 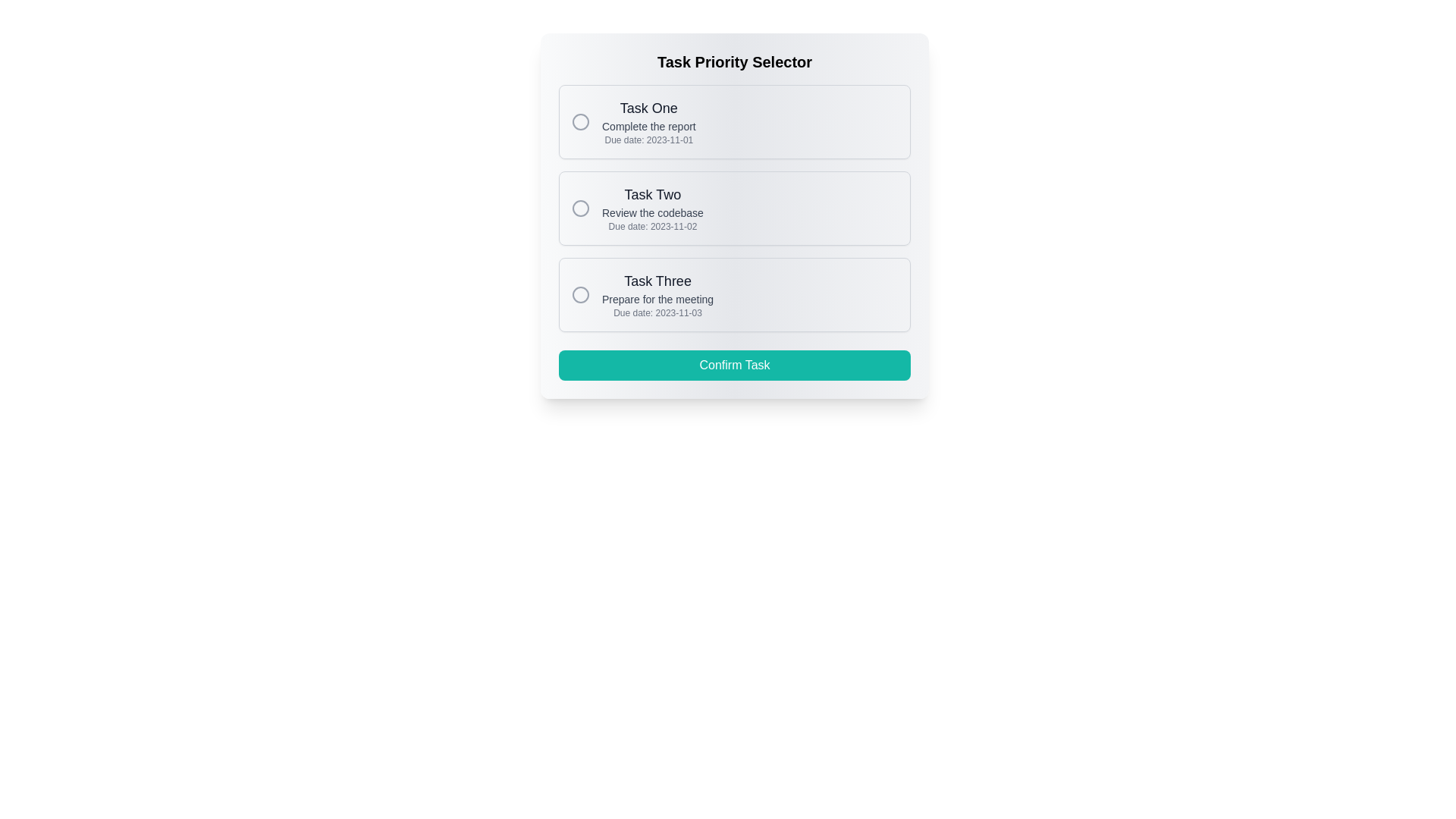 What do you see at coordinates (657, 281) in the screenshot?
I see `the static text or label that serves as the title for a task entry, positioned above 'Prepare for the meeting' and below the 'Task Priority Selector' heading` at bounding box center [657, 281].